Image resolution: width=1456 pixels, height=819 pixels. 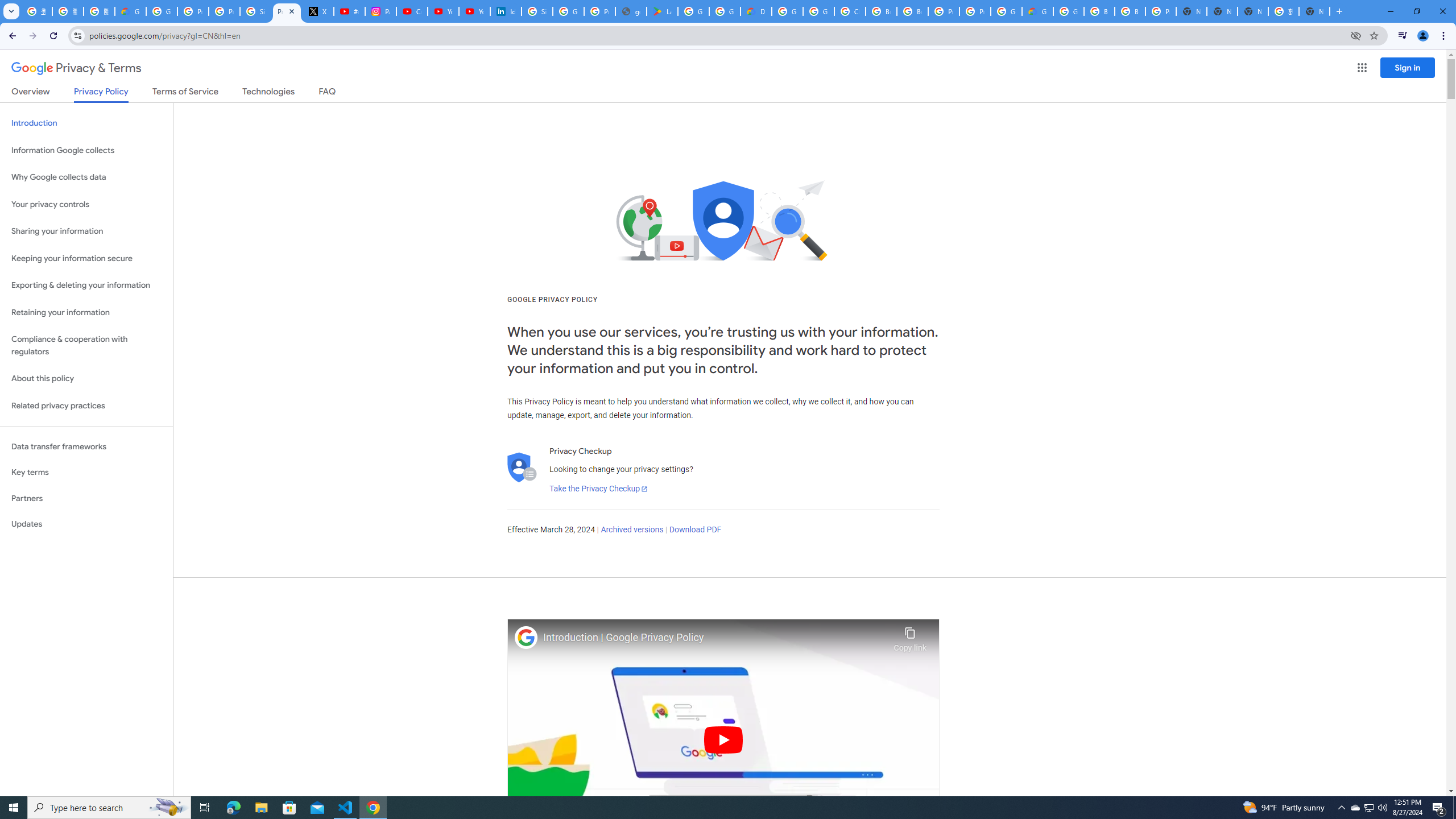 What do you see at coordinates (715, 638) in the screenshot?
I see `'Introduction | Google Privacy Policy'` at bounding box center [715, 638].